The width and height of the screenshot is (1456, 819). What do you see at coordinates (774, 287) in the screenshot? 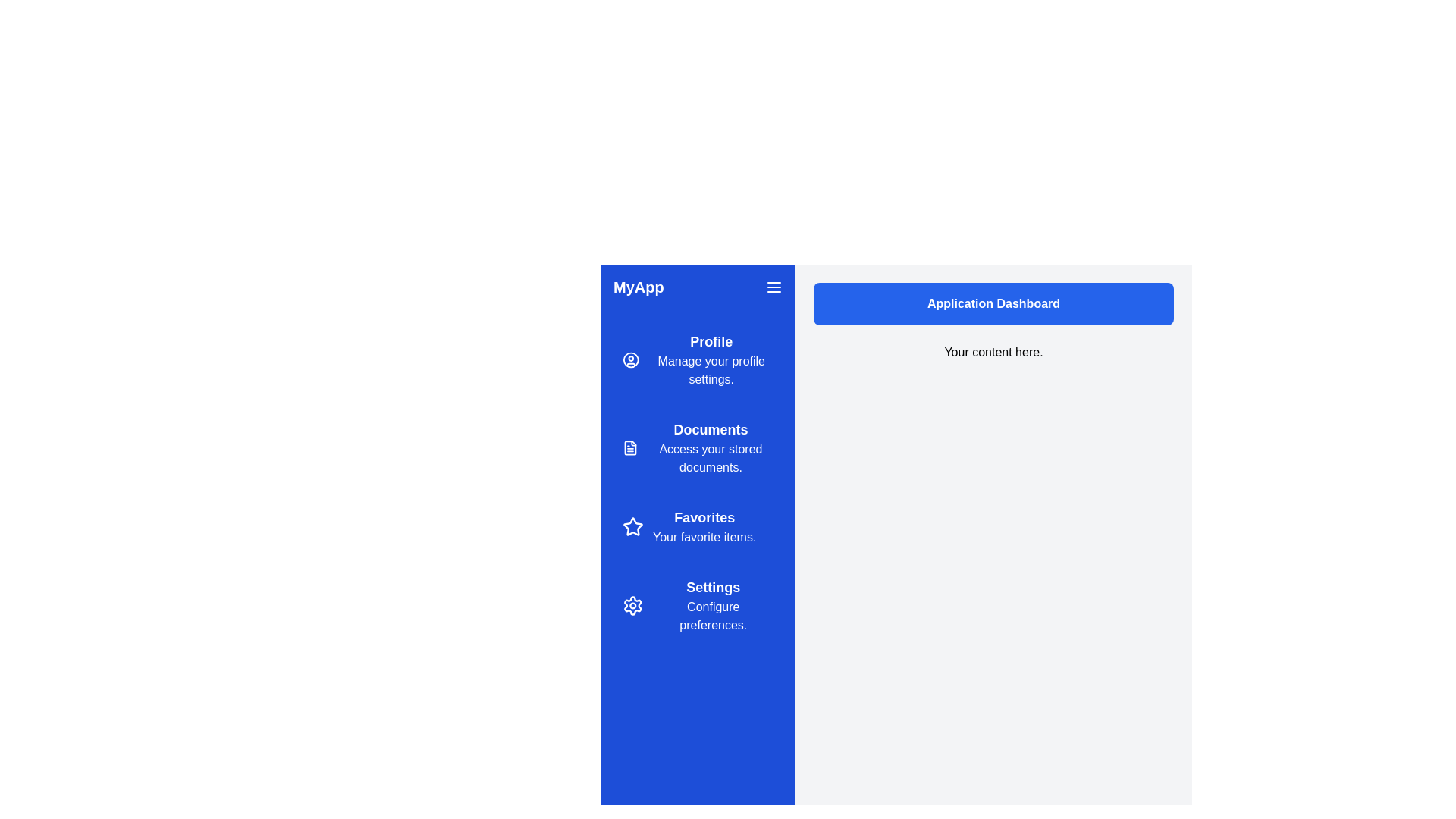
I see `the menu button to toggle the drawer` at bounding box center [774, 287].